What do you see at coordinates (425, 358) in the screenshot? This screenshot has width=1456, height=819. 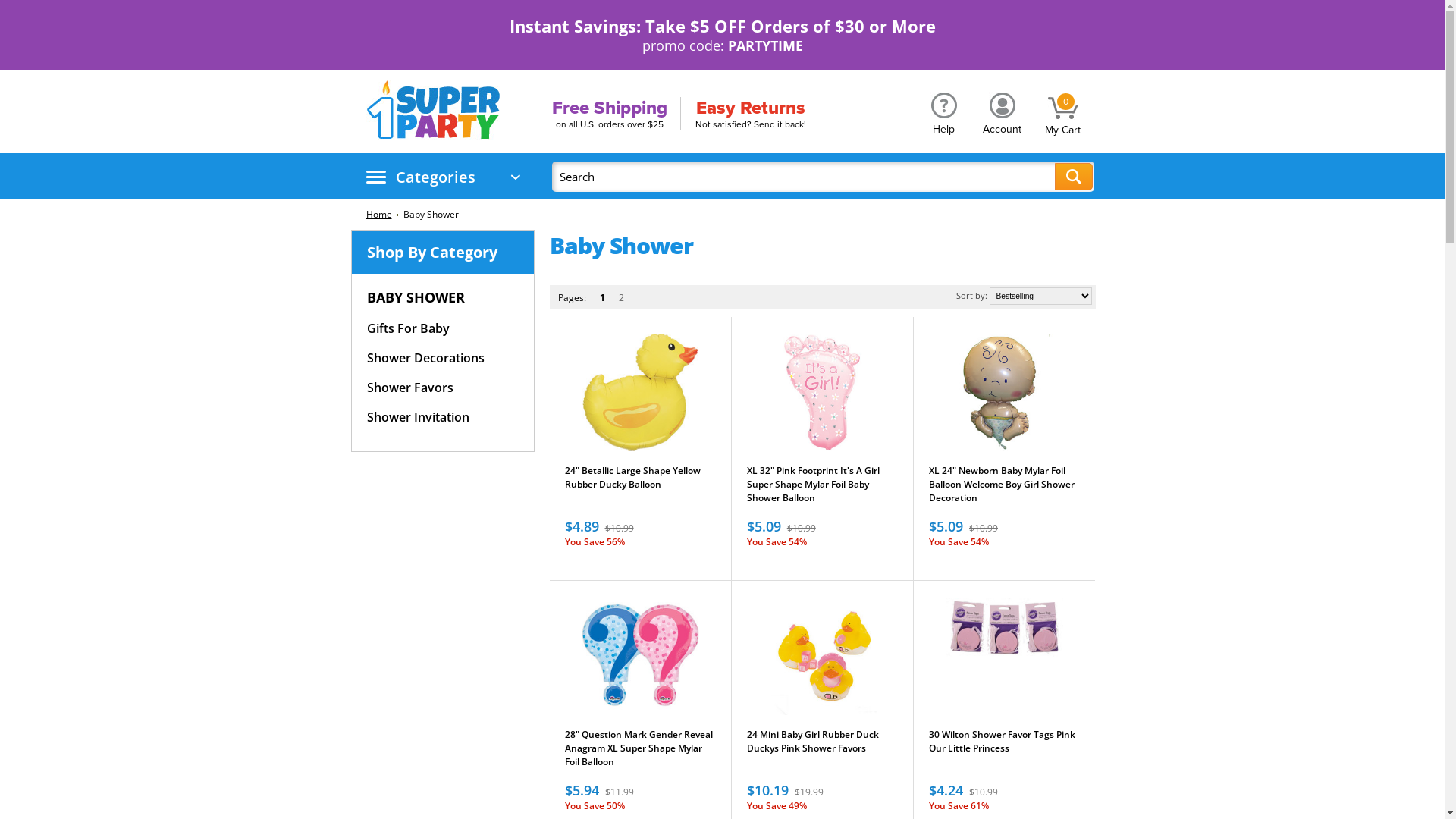 I see `'Shower Decorations'` at bounding box center [425, 358].